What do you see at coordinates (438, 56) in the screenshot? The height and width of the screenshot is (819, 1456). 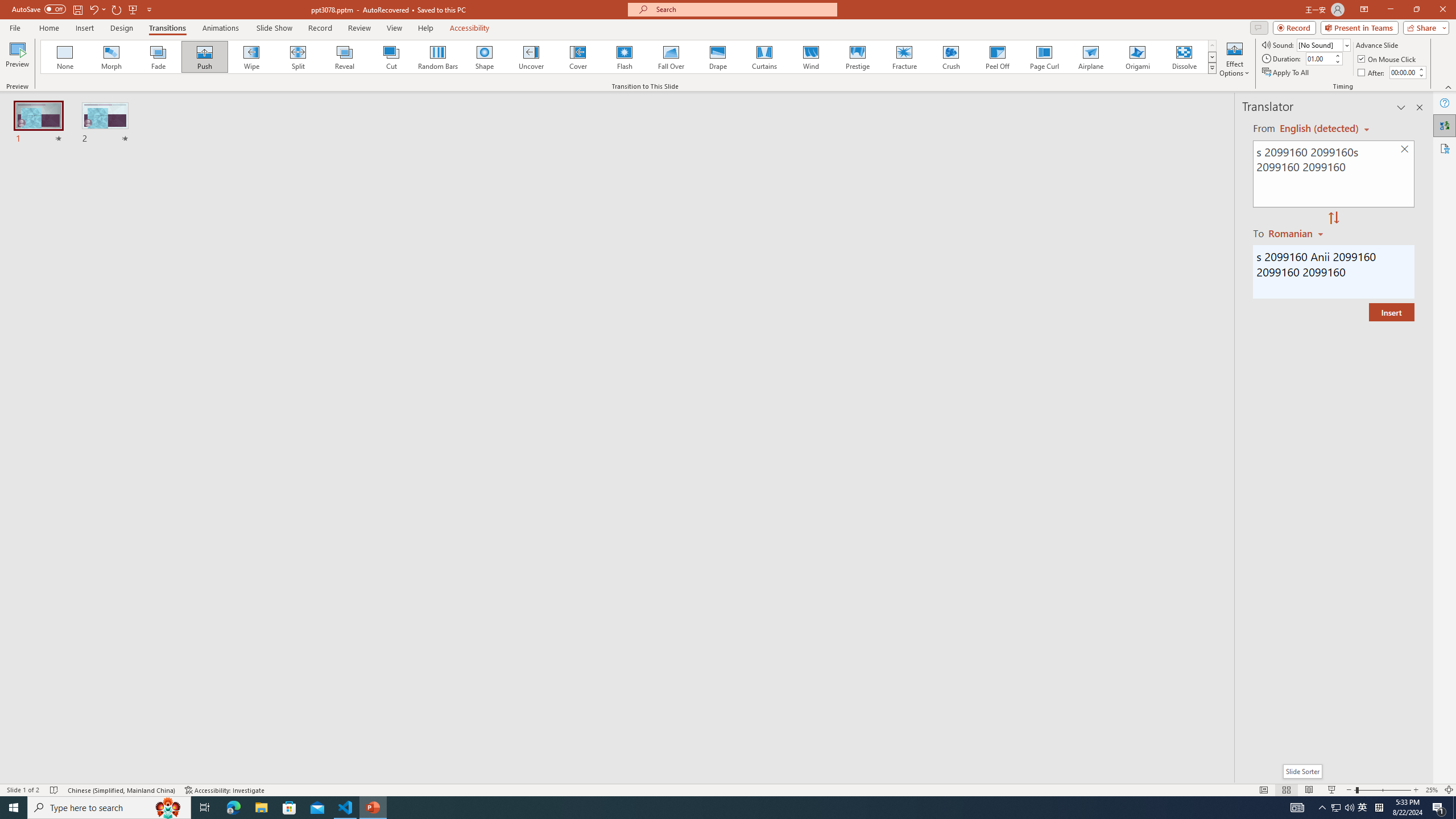 I see `'Random Bars'` at bounding box center [438, 56].